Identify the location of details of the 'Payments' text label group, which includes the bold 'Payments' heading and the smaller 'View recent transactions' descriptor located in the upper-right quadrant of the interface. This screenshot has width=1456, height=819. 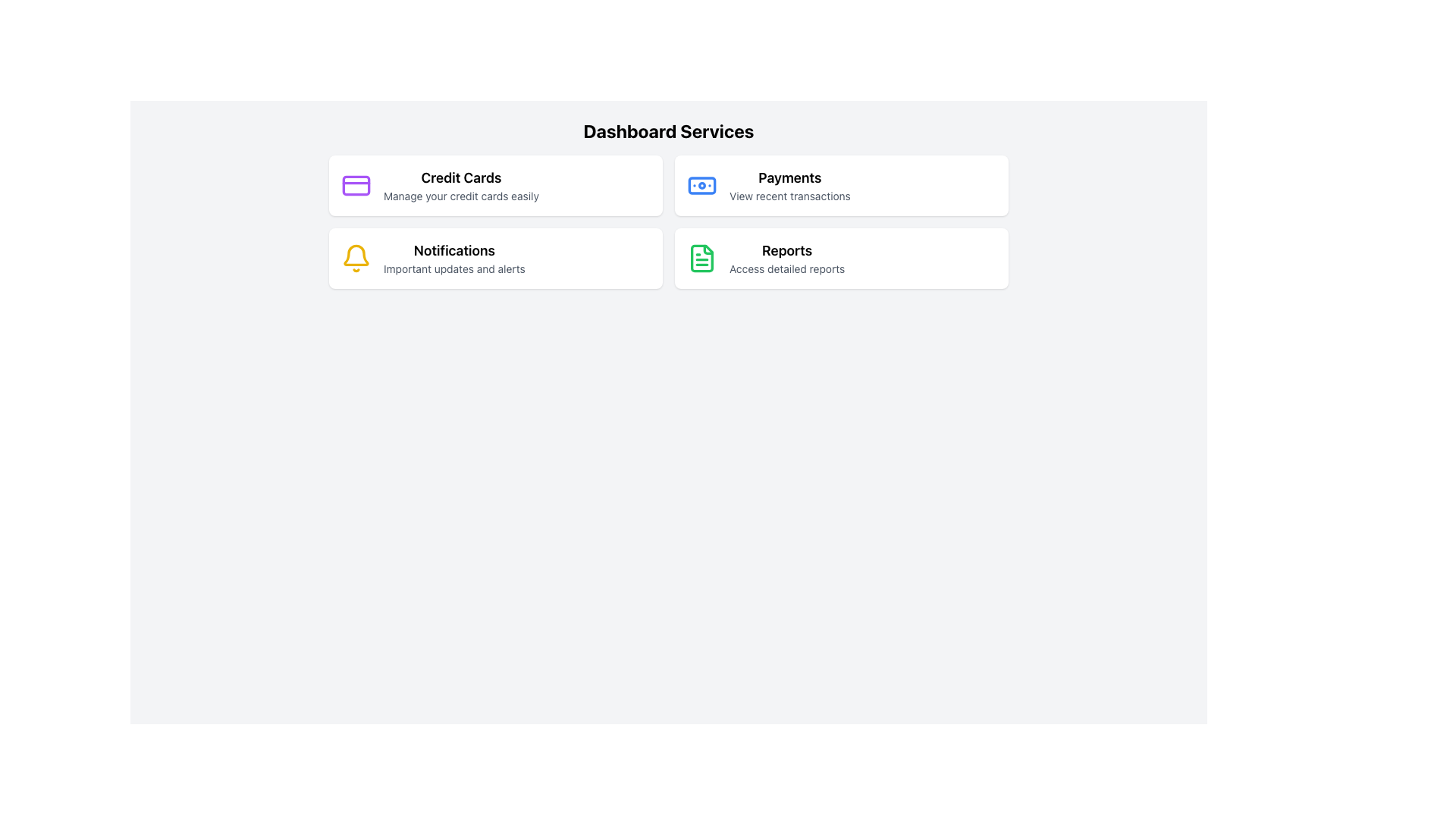
(789, 185).